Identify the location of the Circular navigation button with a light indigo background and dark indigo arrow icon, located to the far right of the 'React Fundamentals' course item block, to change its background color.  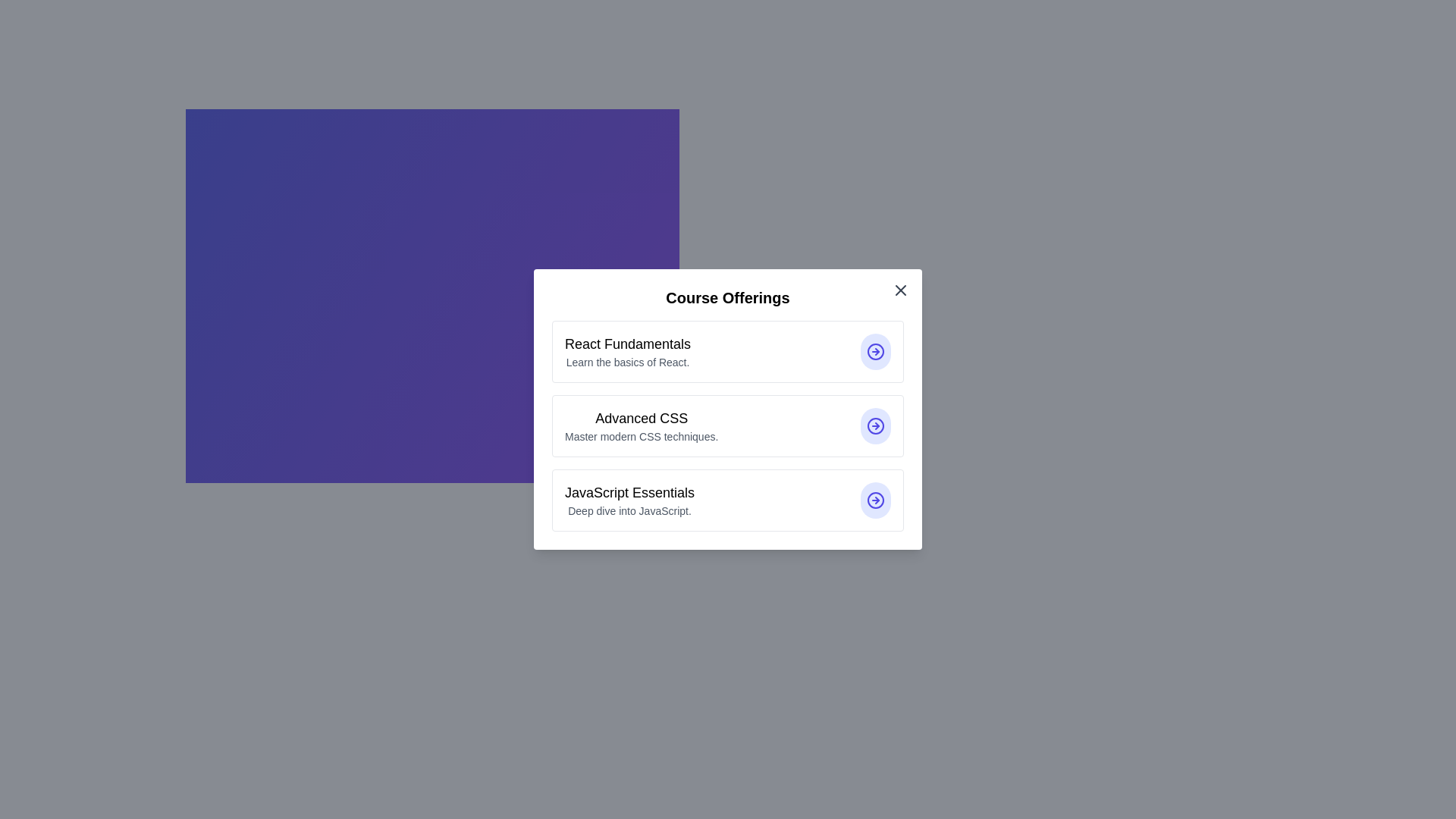
(876, 351).